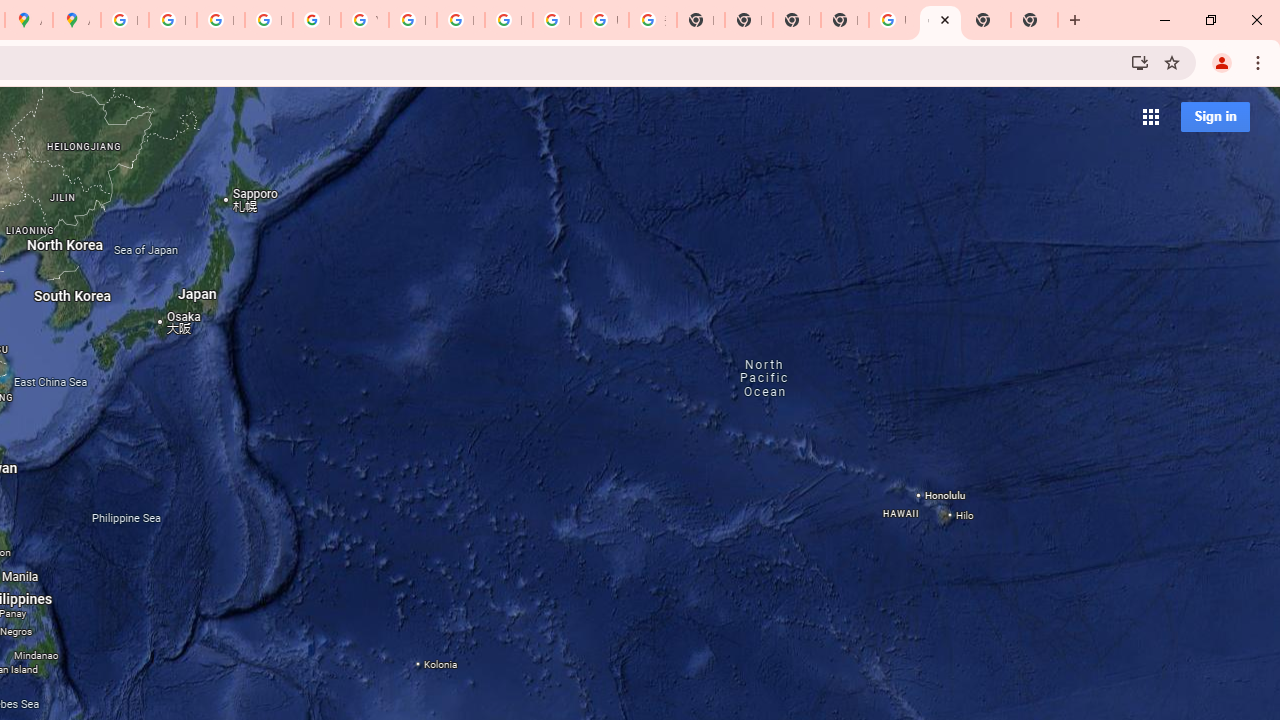  I want to click on 'Restore', so click(1209, 20).